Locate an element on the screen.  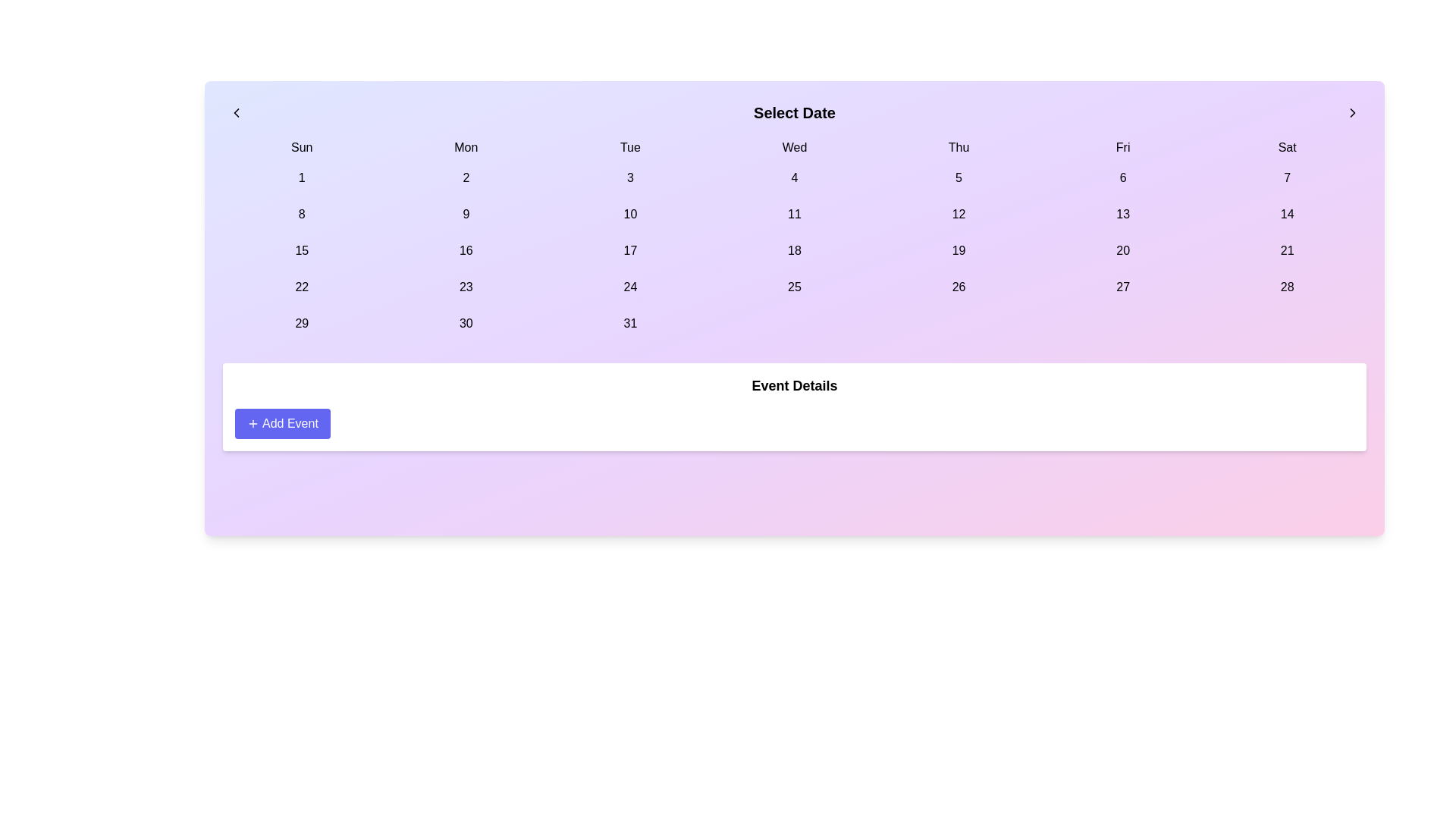
the calendar cell displaying the digit '3' in the third column under 'Tue' is located at coordinates (630, 177).